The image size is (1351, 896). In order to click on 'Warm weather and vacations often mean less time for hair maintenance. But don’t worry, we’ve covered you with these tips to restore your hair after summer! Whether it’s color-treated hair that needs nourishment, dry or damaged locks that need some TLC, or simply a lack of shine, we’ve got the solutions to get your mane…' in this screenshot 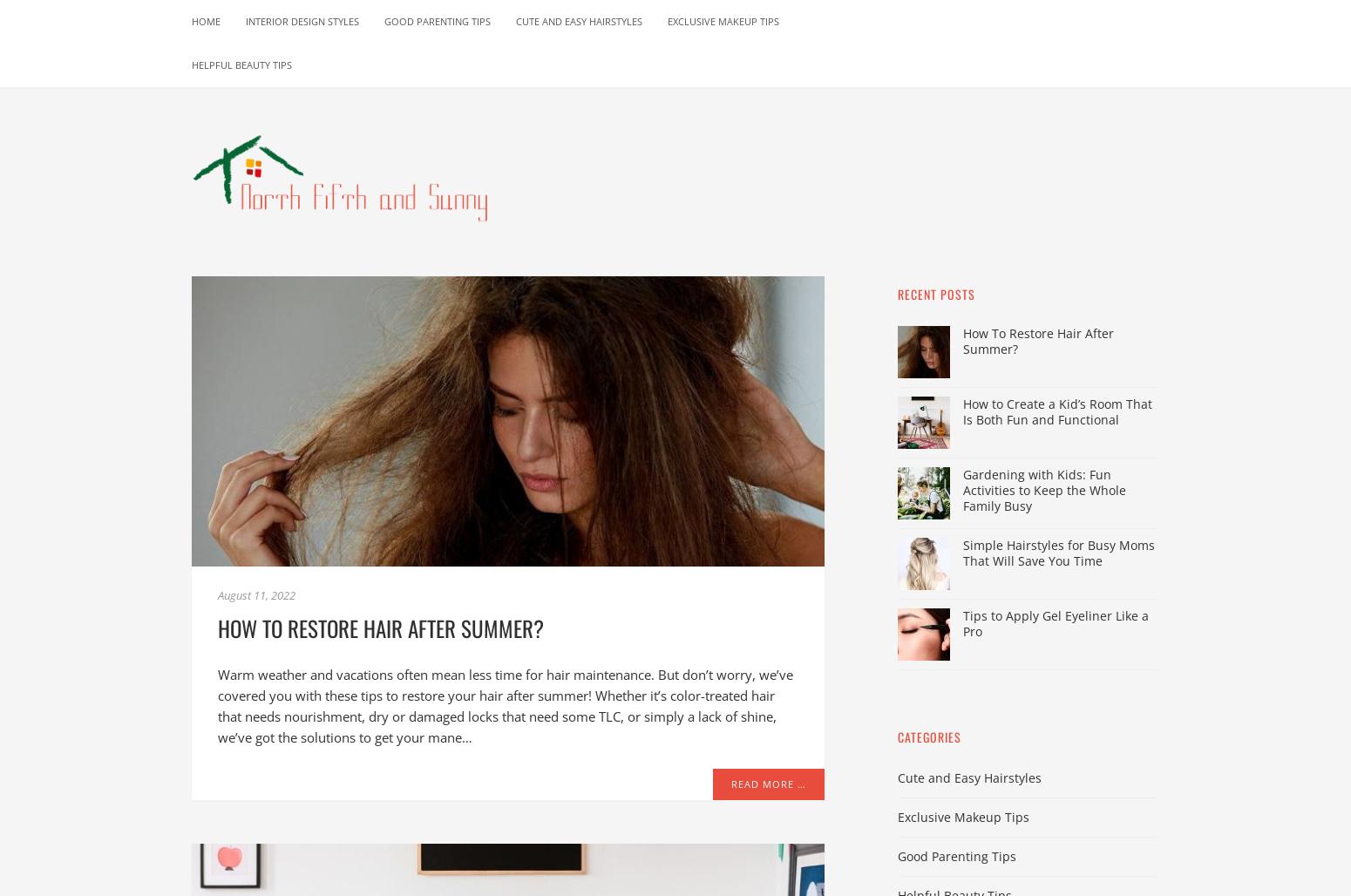, I will do `click(506, 705)`.